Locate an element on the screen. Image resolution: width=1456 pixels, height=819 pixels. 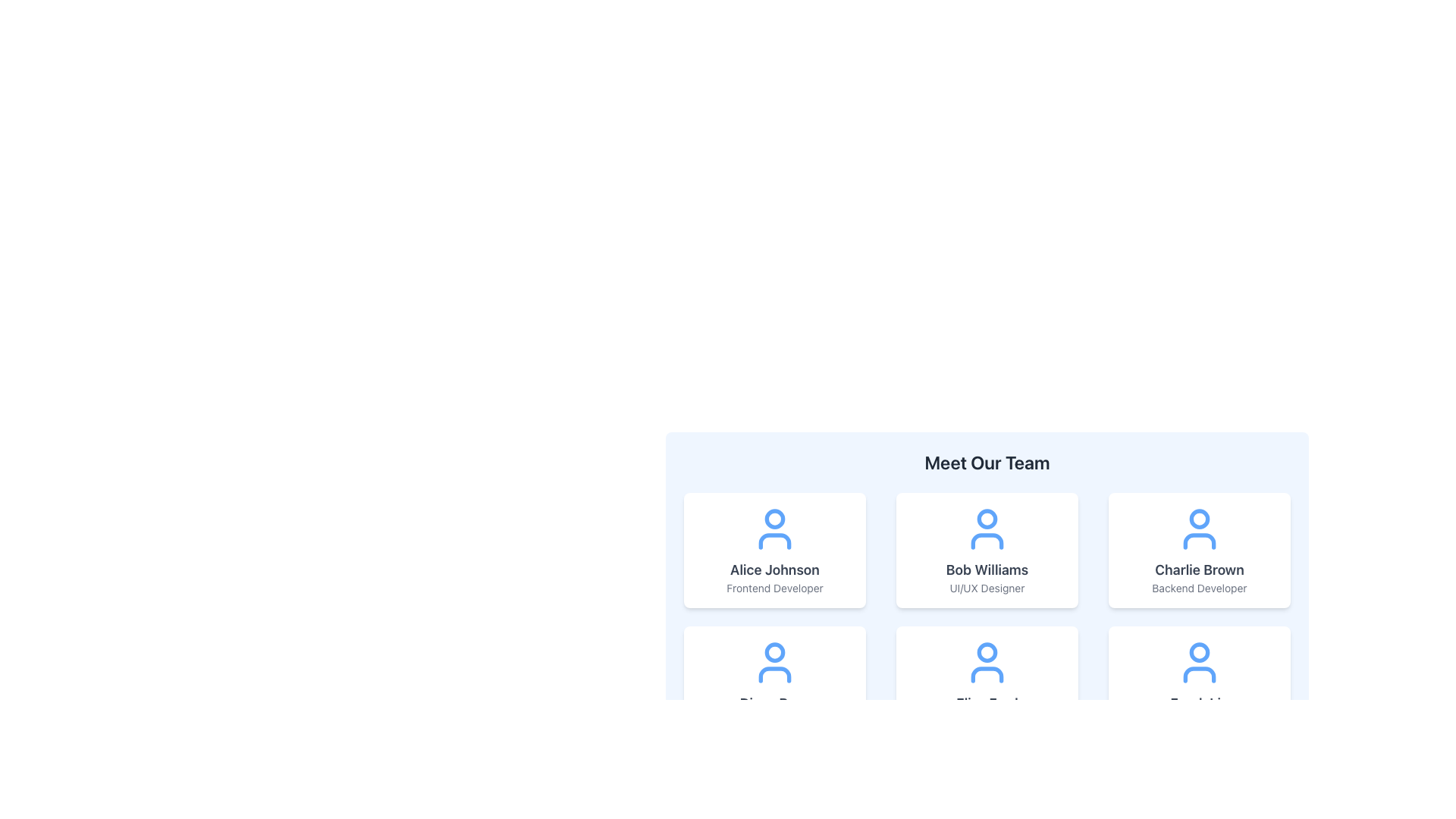
the Profile Card displaying information about the individual positioned between 'Alice Johnson' and 'Charlie Brown' in the team display component is located at coordinates (987, 550).